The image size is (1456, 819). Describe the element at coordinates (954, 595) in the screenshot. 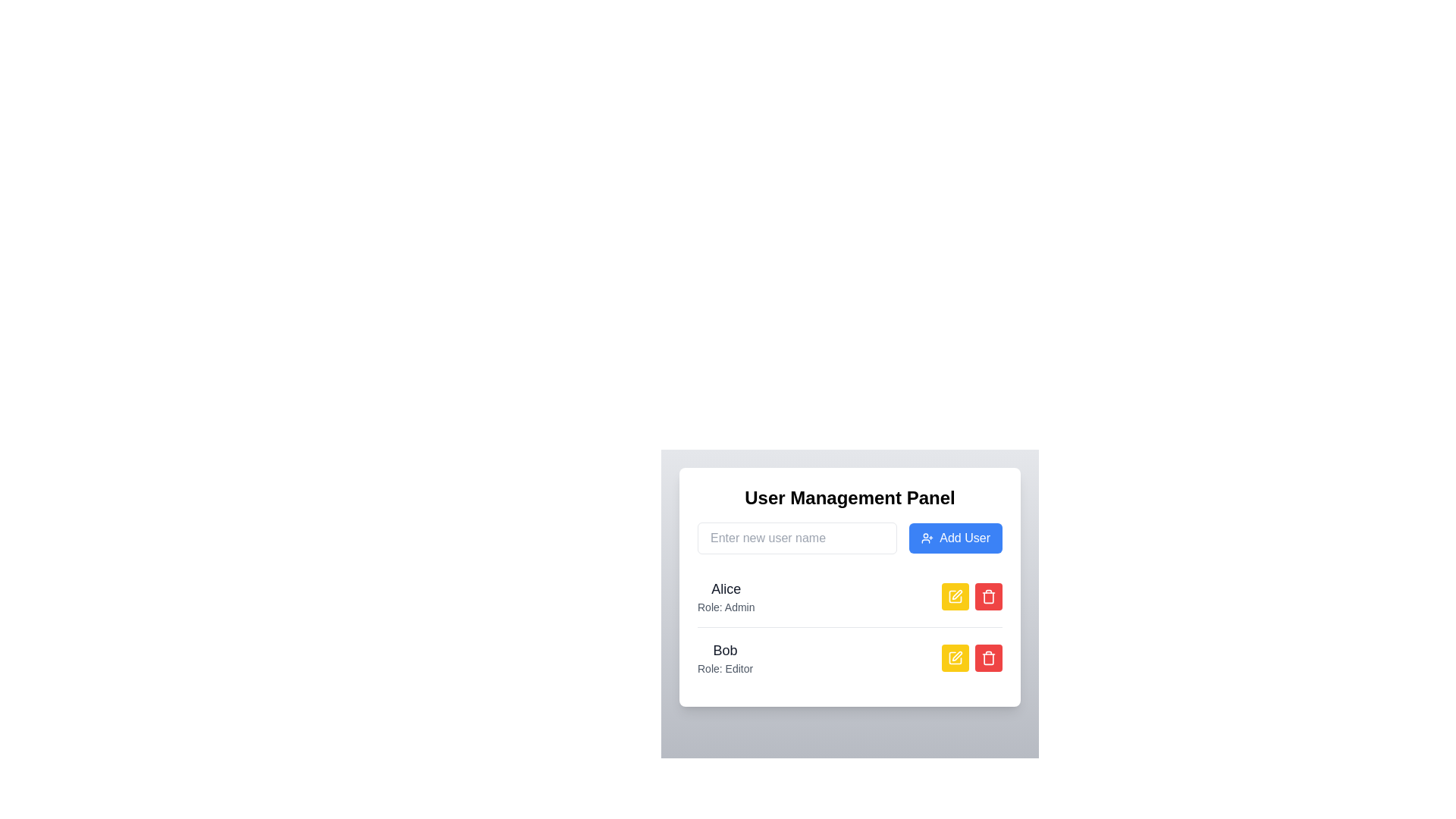

I see `the edit button (pen icon) located to the right of the user named 'Alice' in the user panel to initiate editing` at that location.